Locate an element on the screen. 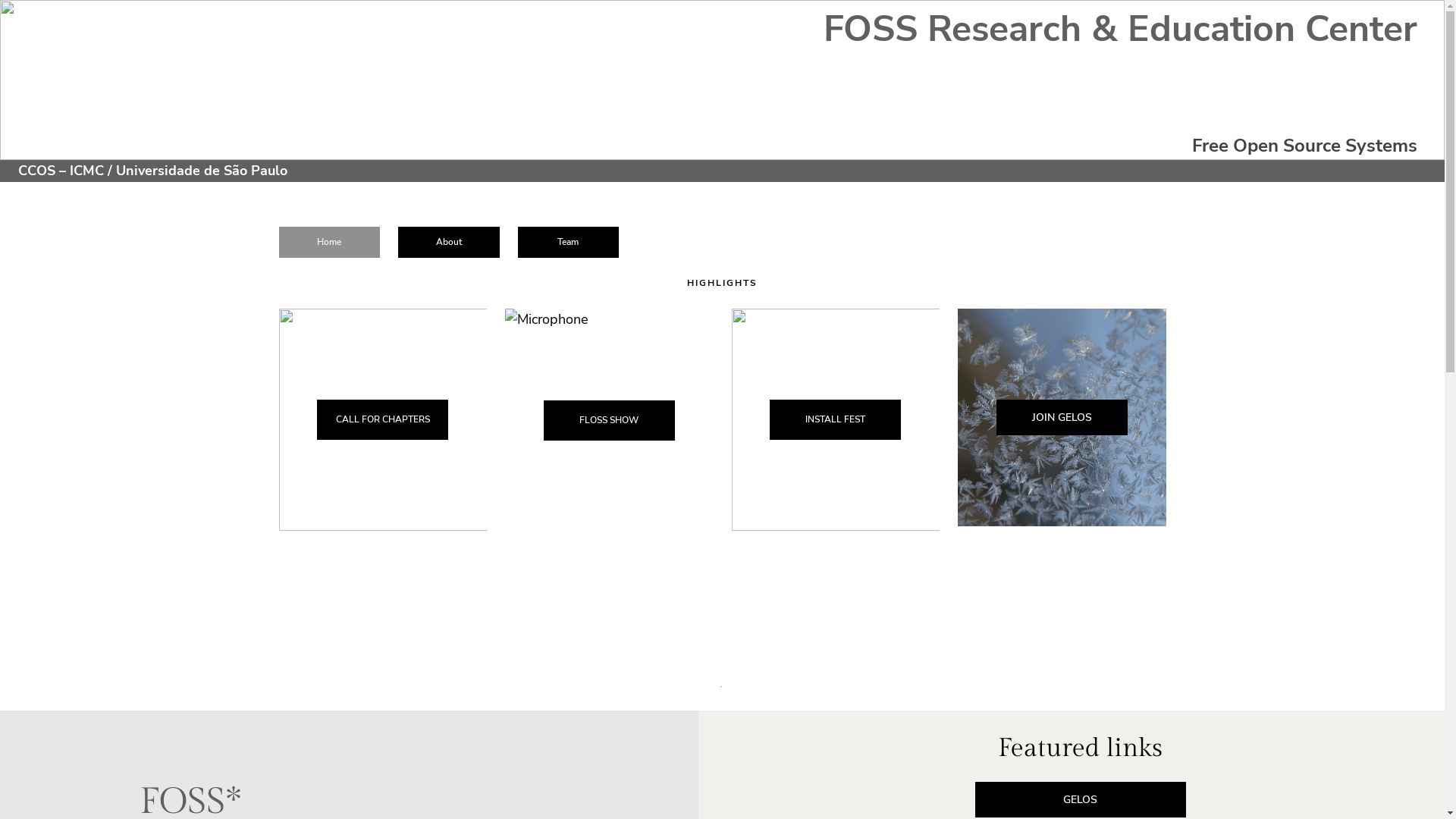 Image resolution: width=1456 pixels, height=819 pixels. 'JOIN GELOS' is located at coordinates (996, 417).